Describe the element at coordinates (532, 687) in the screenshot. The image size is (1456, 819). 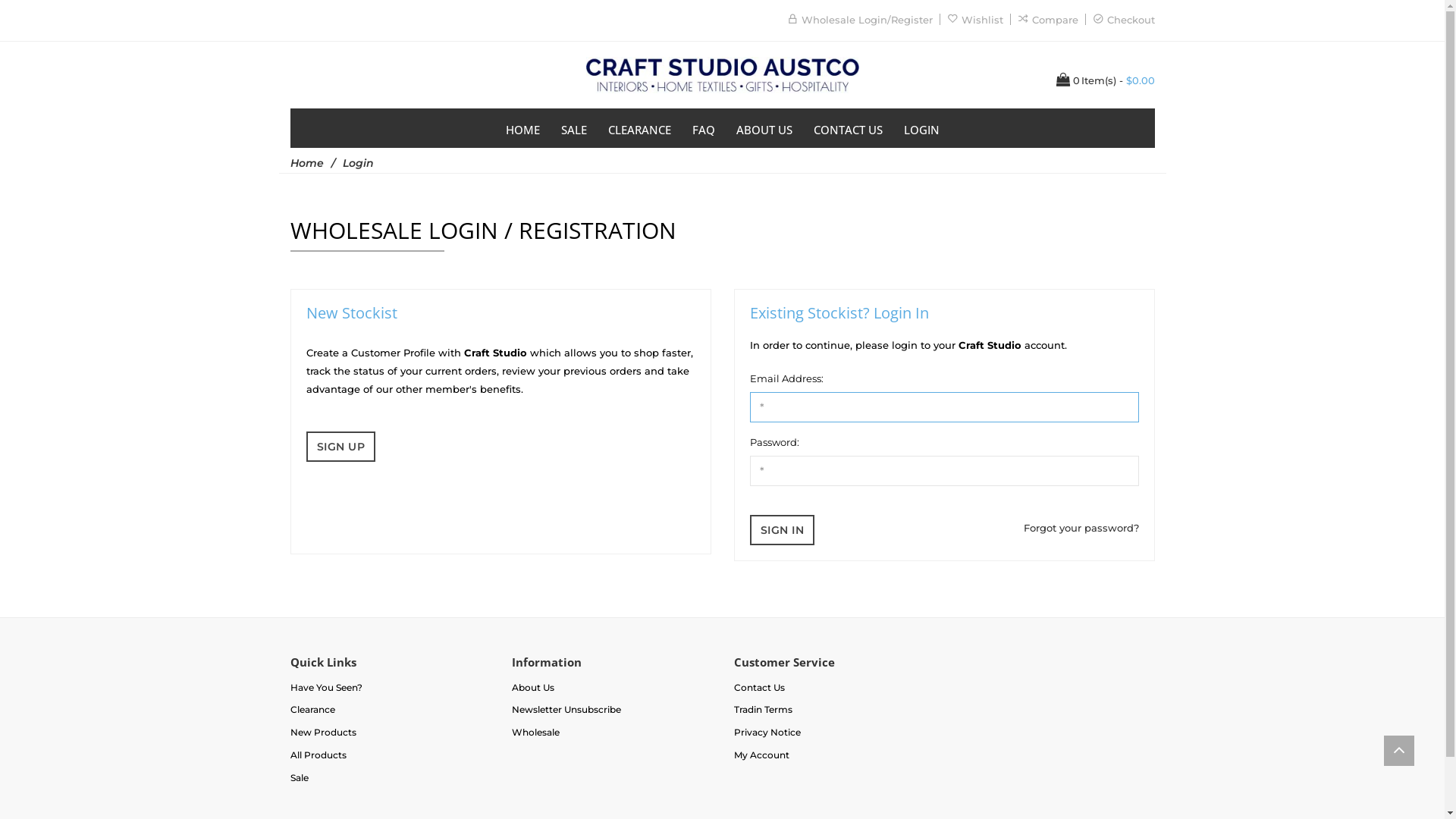
I see `'About Us'` at that location.